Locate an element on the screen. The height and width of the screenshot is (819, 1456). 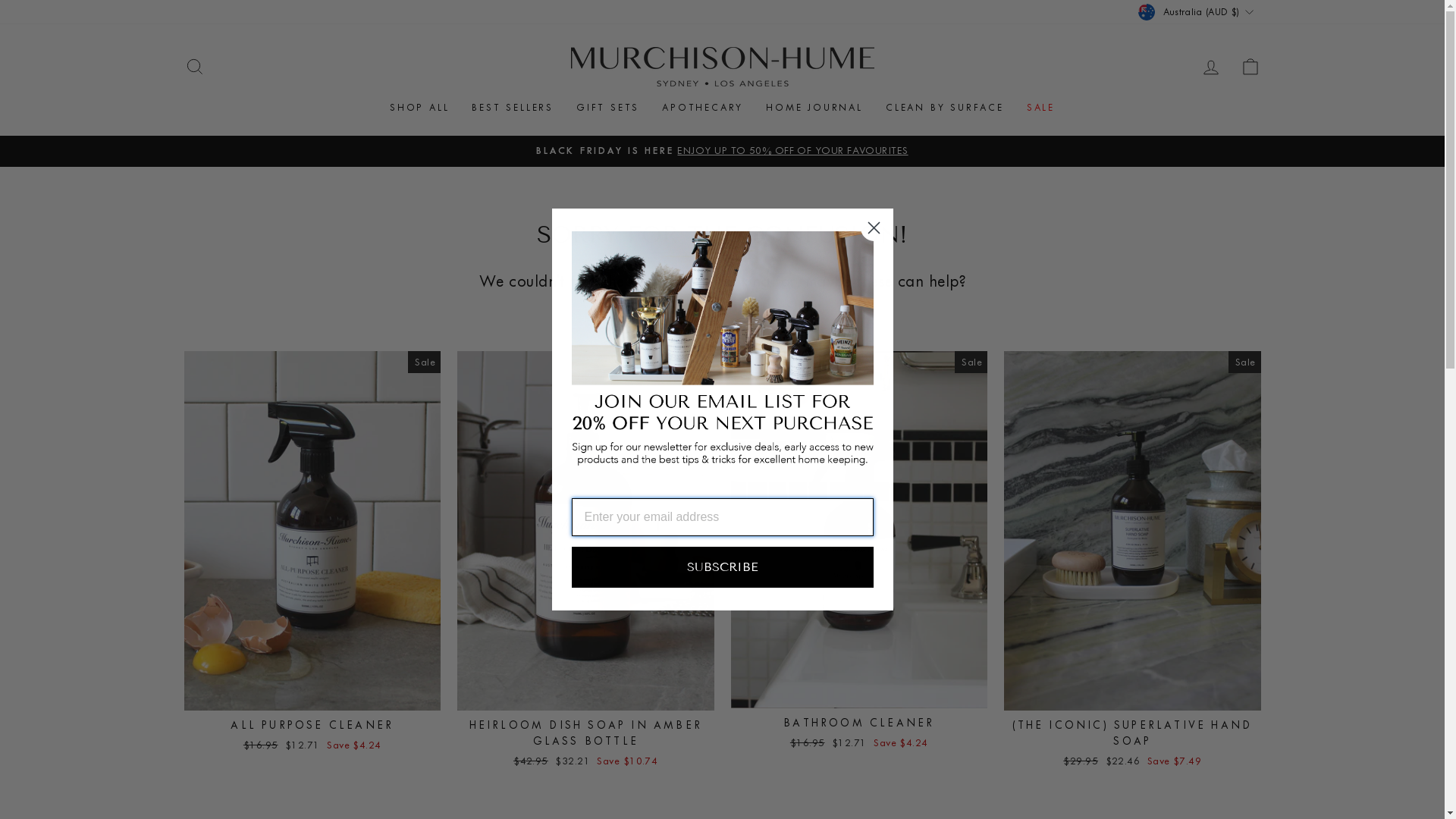
'APOTHECARY' is located at coordinates (651, 106).